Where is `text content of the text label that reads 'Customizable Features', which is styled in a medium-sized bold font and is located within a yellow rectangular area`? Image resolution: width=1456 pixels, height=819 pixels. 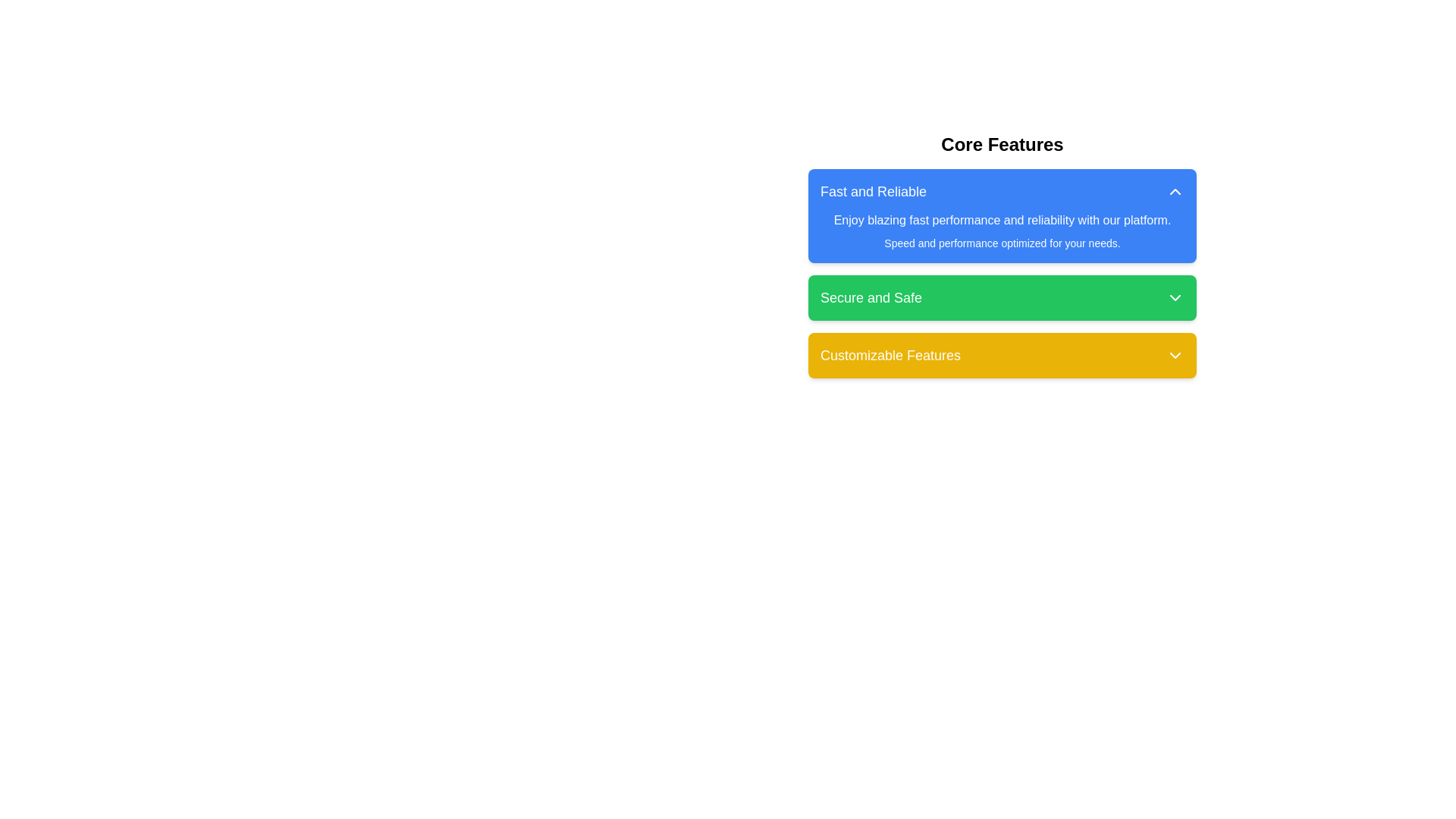
text content of the text label that reads 'Customizable Features', which is styled in a medium-sized bold font and is located within a yellow rectangular area is located at coordinates (890, 356).